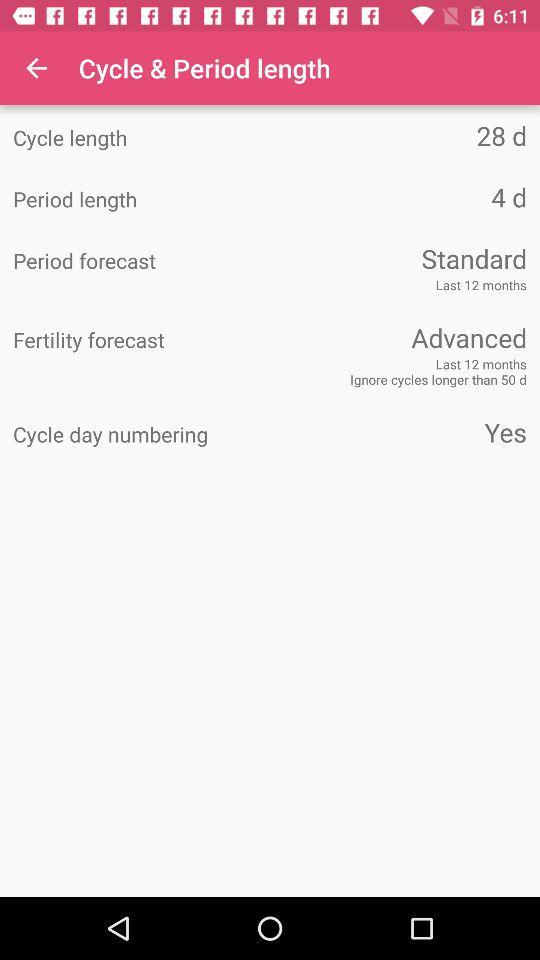 The image size is (540, 960). I want to click on the item above the last 12 months item, so click(398, 257).